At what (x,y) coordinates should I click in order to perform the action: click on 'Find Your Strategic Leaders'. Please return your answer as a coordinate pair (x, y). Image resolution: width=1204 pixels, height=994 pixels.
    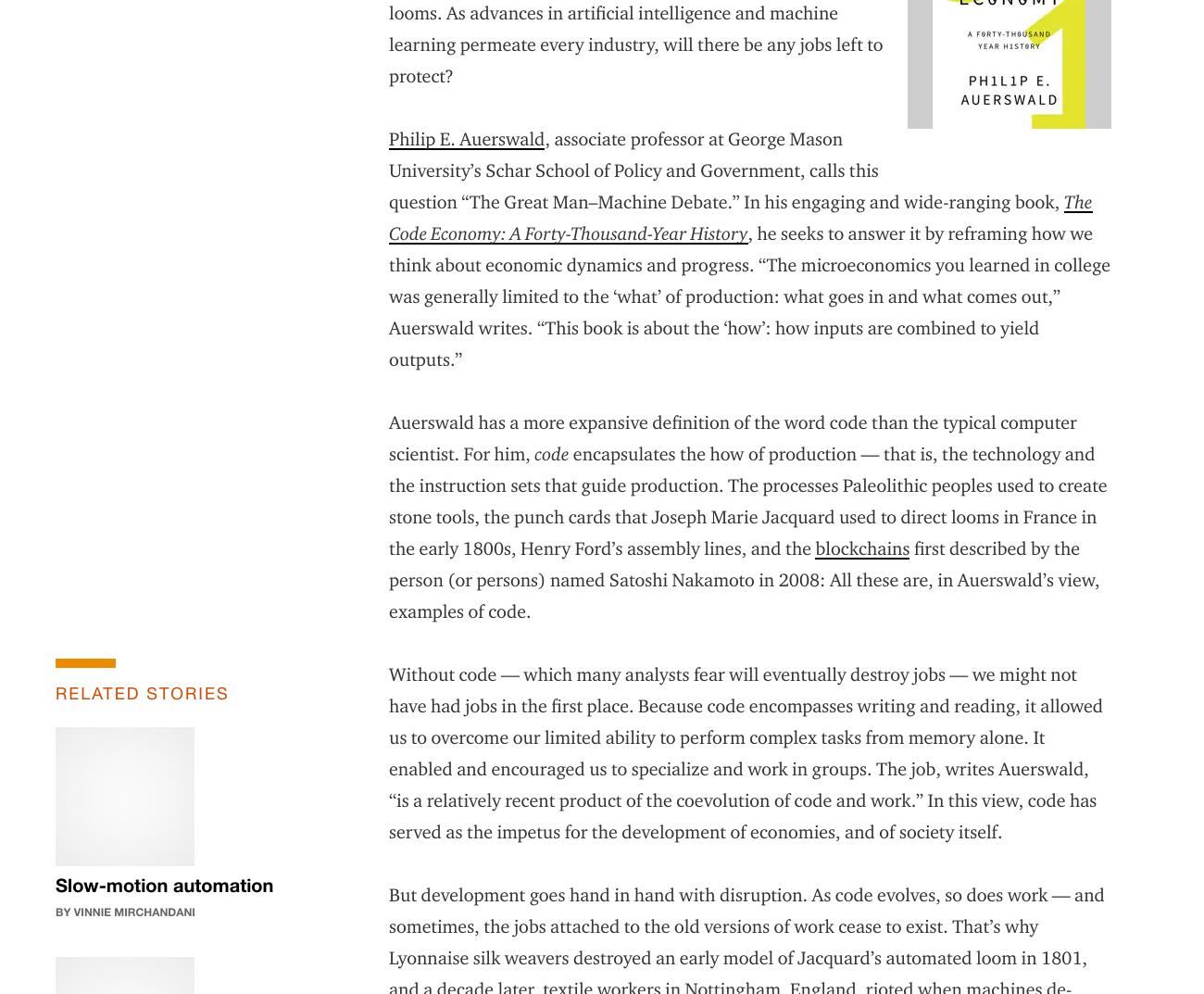
    Looking at the image, I should click on (209, 45).